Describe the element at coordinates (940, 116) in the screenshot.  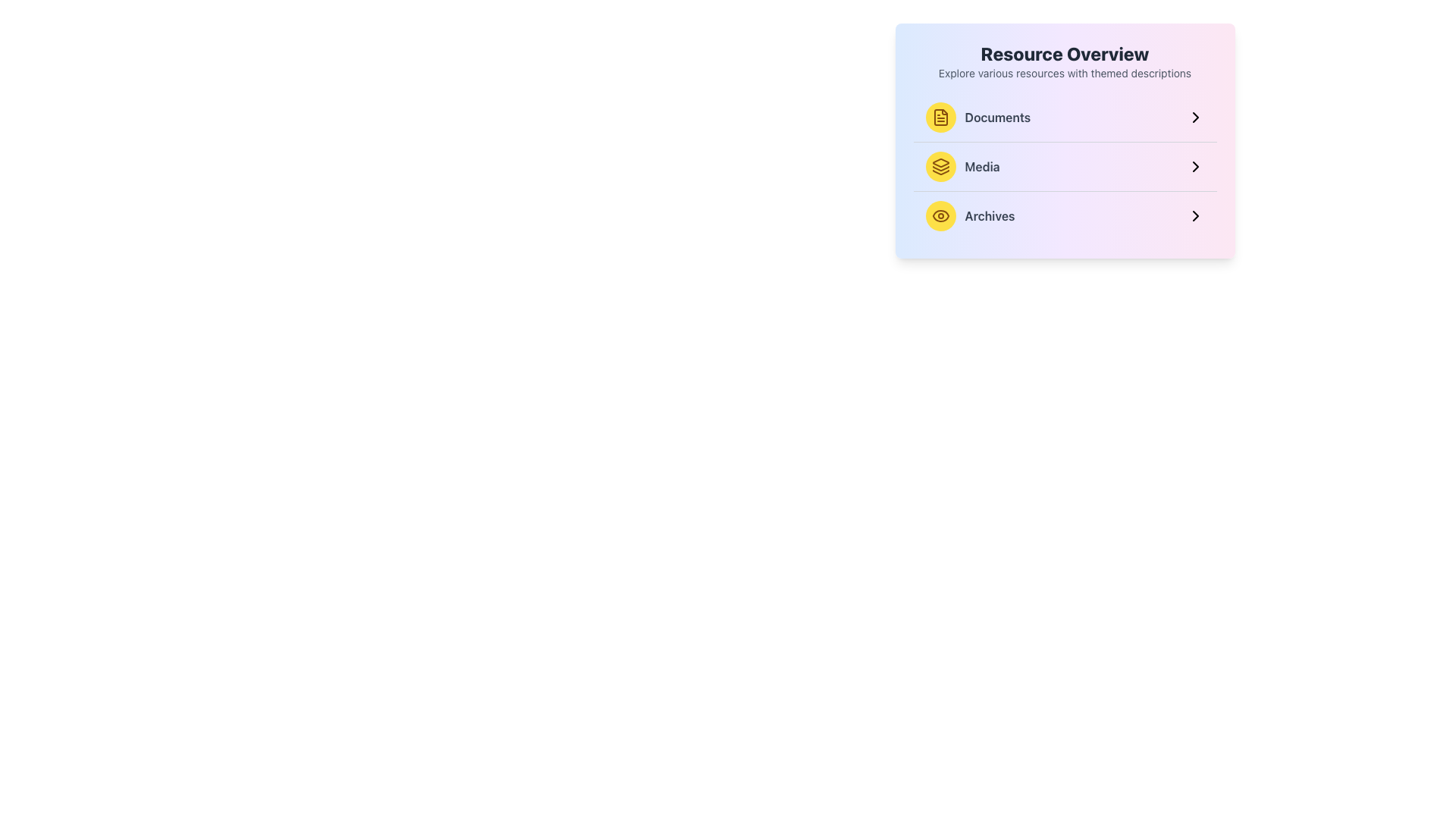
I see `the 'Documents' icon, which is the first item in a vertical list, located to the left of the text 'Documents' and an arrow icon` at that location.